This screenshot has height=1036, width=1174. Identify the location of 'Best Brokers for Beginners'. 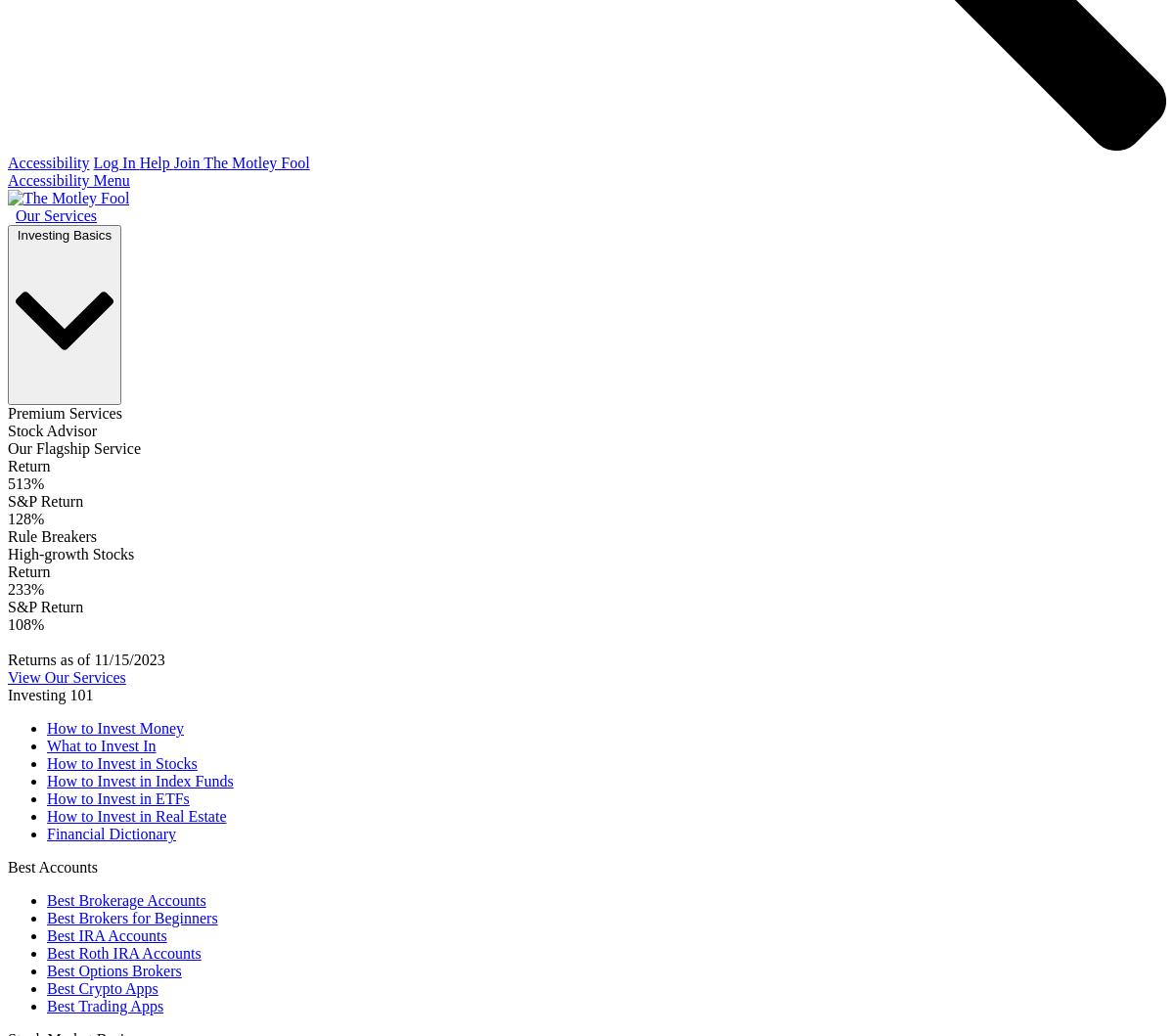
(47, 918).